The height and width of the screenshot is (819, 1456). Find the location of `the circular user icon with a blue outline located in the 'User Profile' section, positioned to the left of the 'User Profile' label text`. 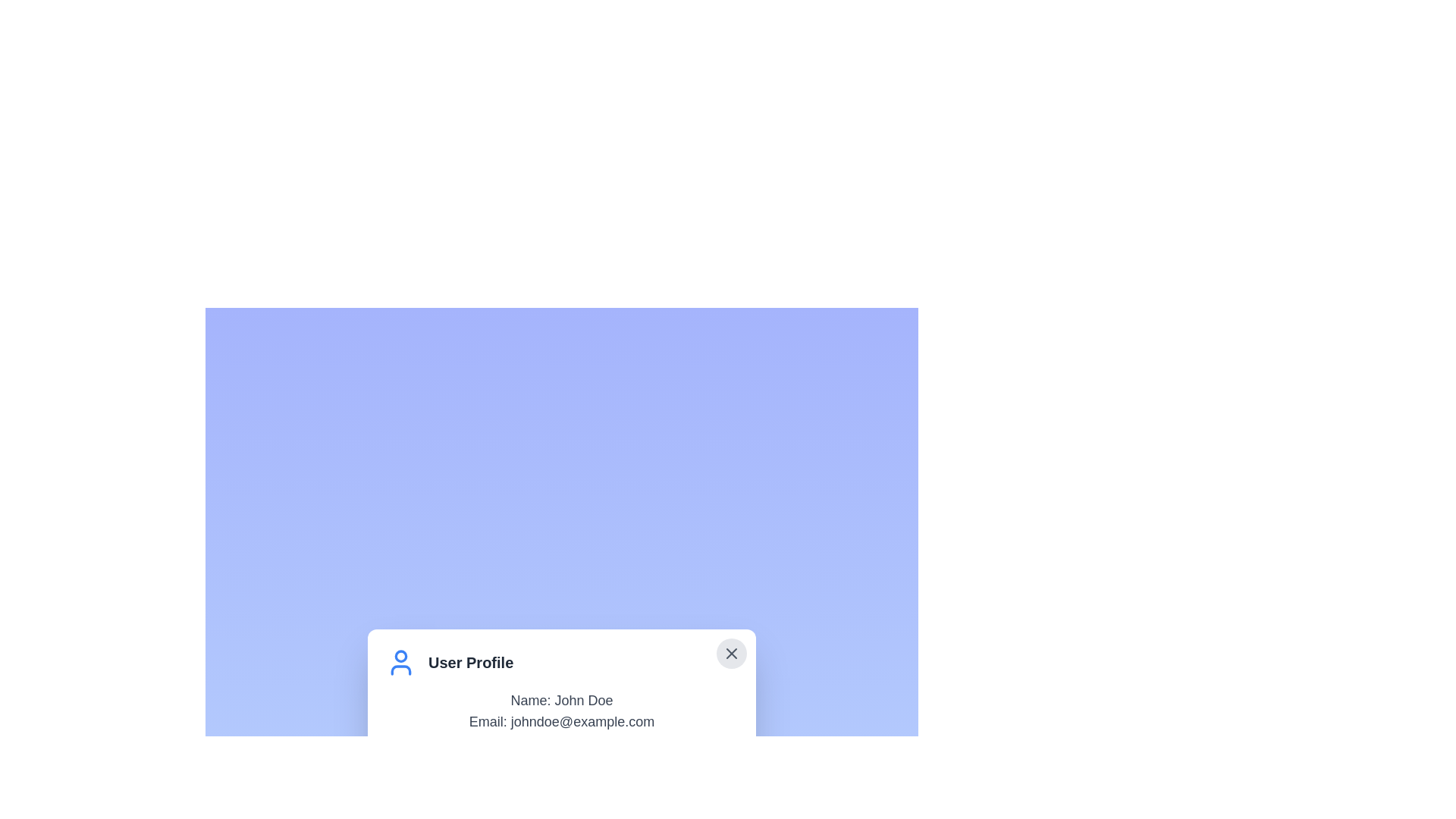

the circular user icon with a blue outline located in the 'User Profile' section, positioned to the left of the 'User Profile' label text is located at coordinates (400, 662).